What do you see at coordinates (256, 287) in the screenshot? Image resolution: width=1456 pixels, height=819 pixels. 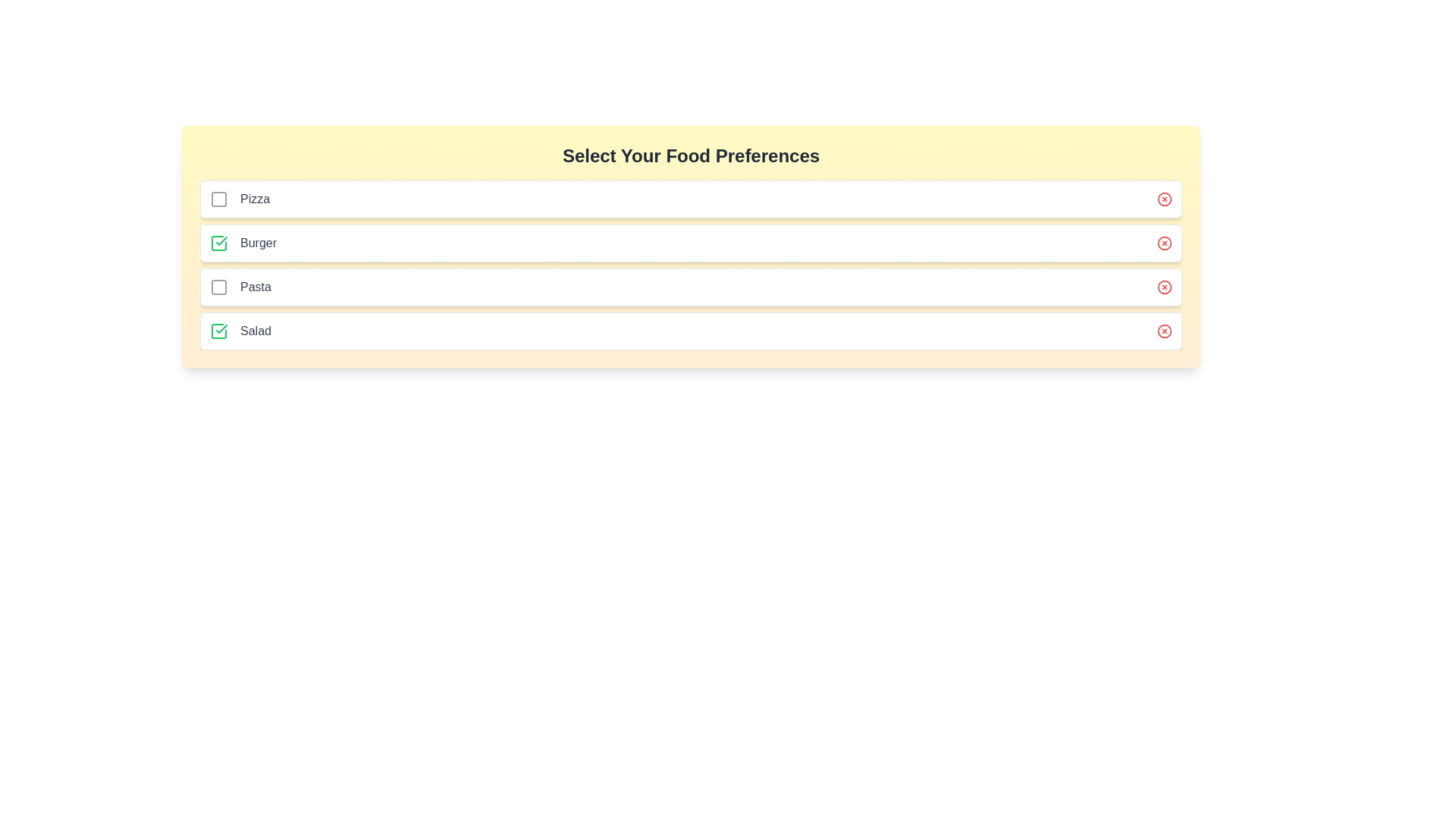 I see `the text label for the food preference 'Pasta', which is located in the third row of a list of food options, aligned to the right of its associated checkbox` at bounding box center [256, 287].